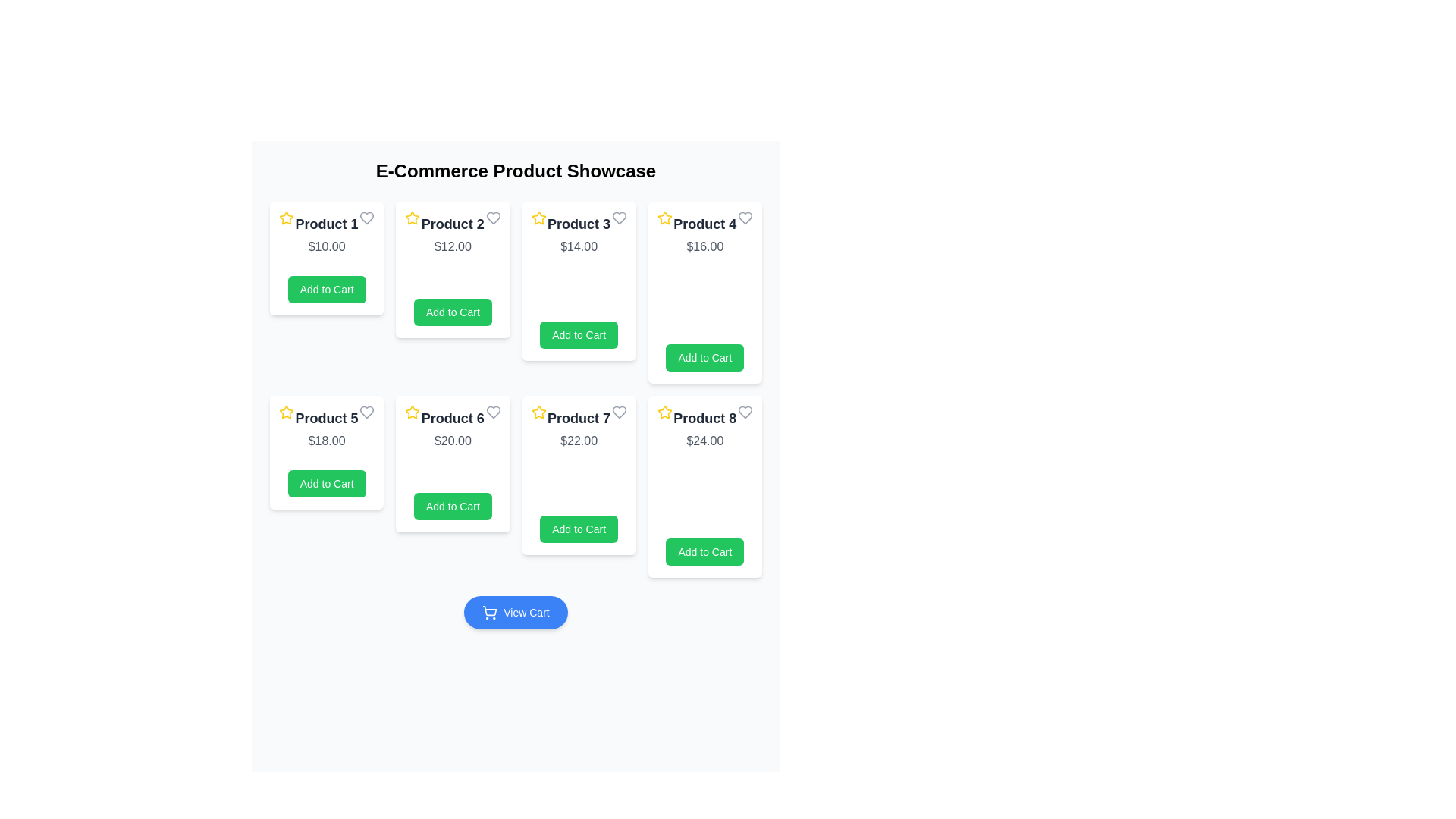 The width and height of the screenshot is (1456, 819). What do you see at coordinates (452, 441) in the screenshot?
I see `price text label located at the bottom-center of the card for Product 6, situated between the product name and the 'Add to Cart' button` at bounding box center [452, 441].